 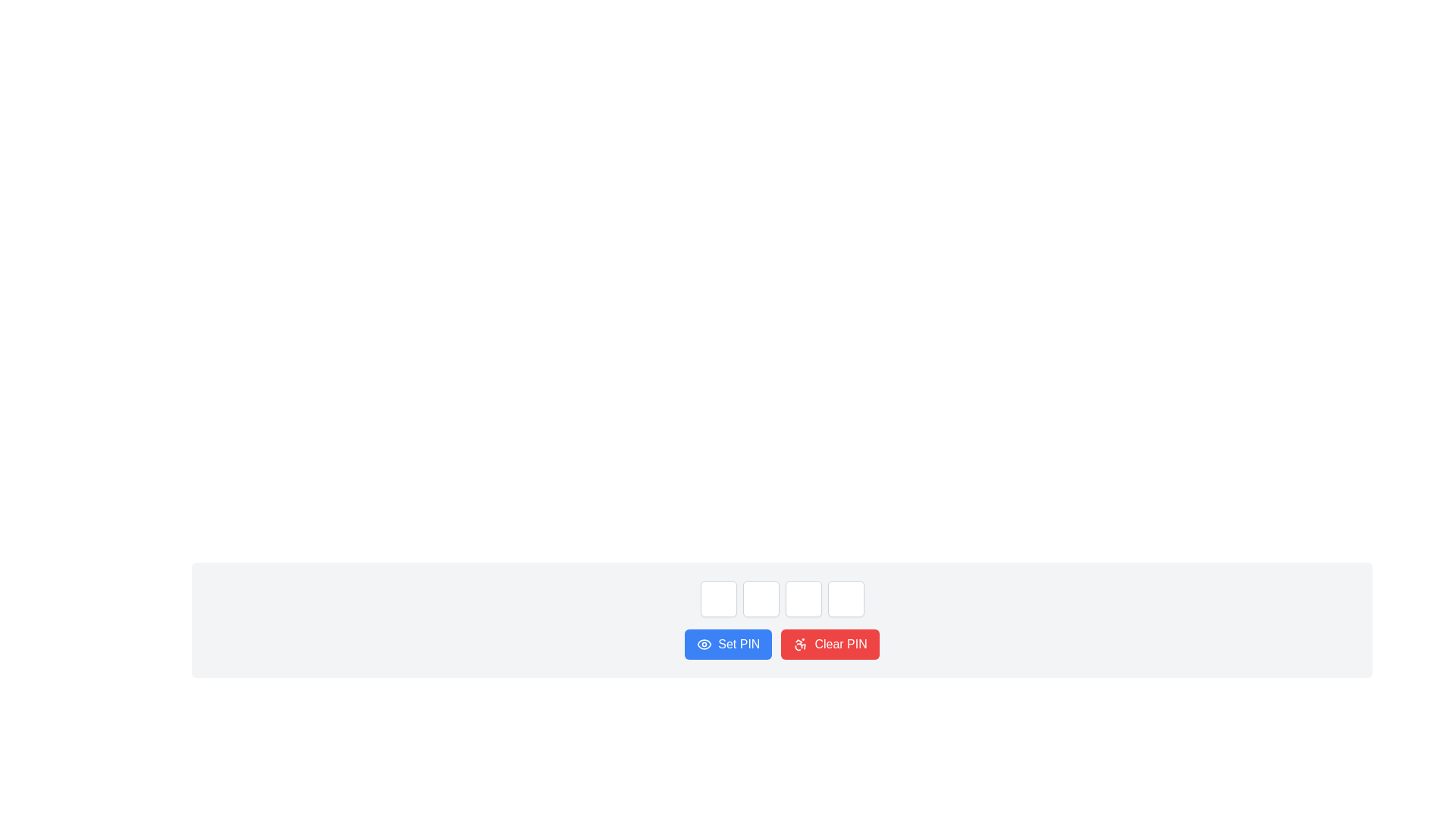 What do you see at coordinates (704, 644) in the screenshot?
I see `the eye-shaped icon located within the blue button labeled 'Set PIN', which is positioned below a series of empty square input fields` at bounding box center [704, 644].